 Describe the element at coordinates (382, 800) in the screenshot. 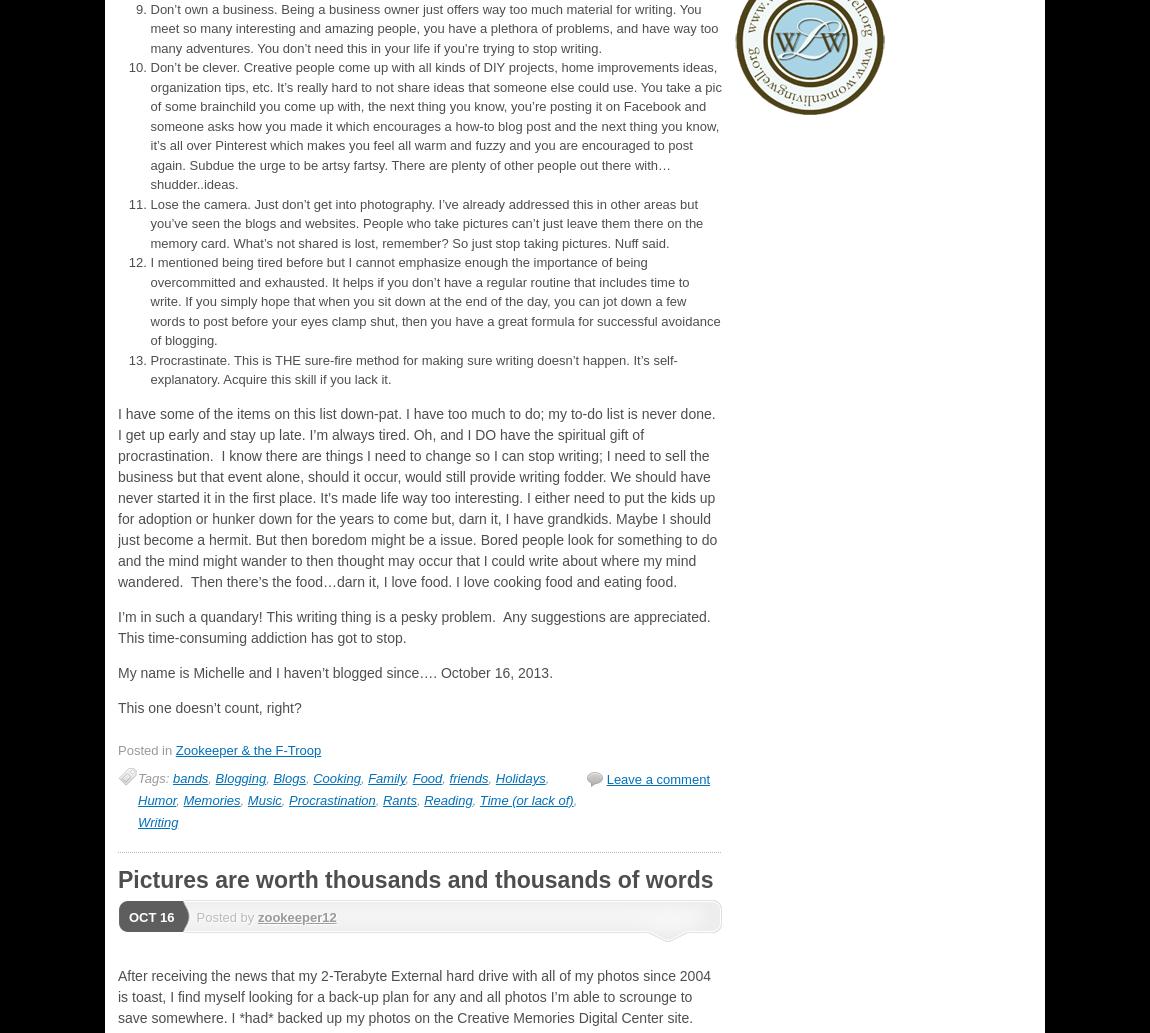

I see `'Rants'` at that location.